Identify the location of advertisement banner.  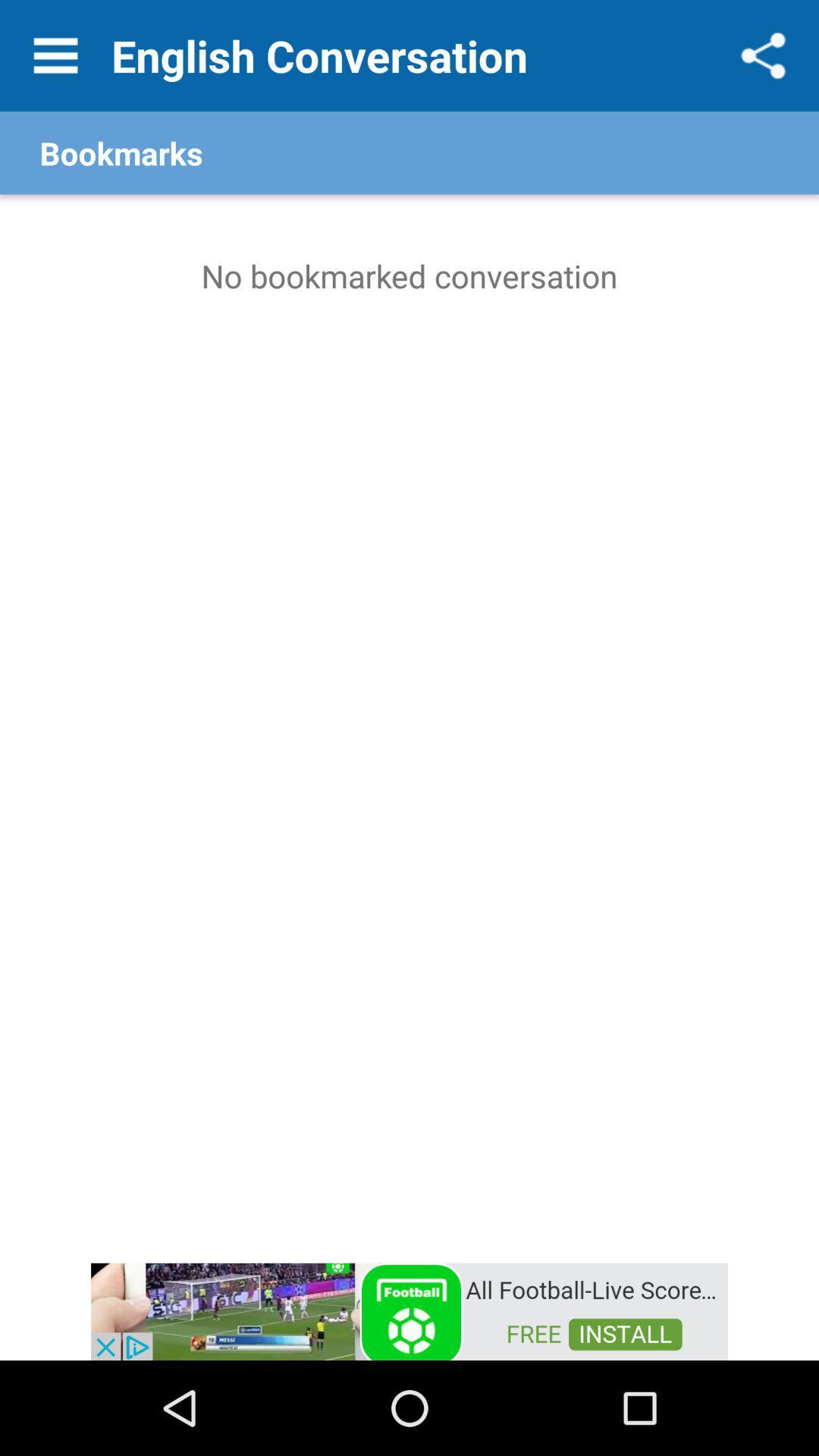
(409, 1310).